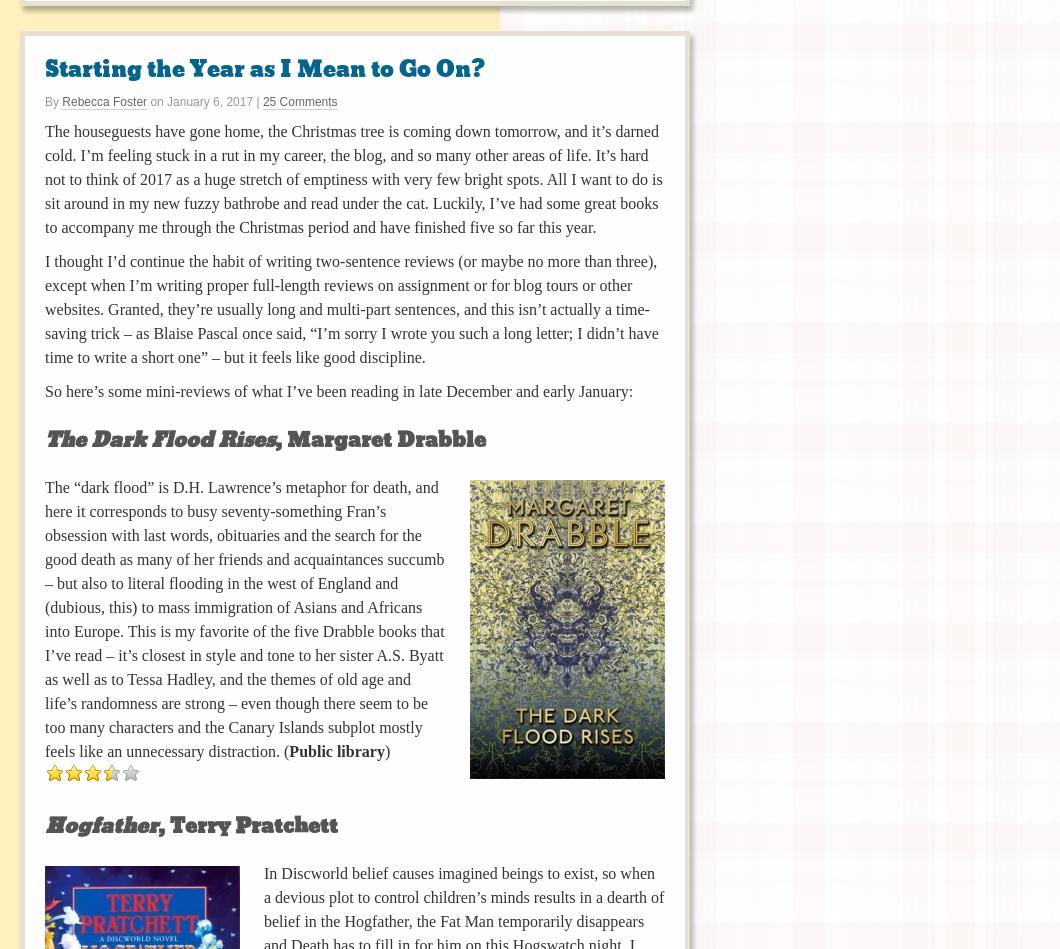 This screenshot has width=1060, height=949. I want to click on 'So here’s some mini-reviews of what I’ve been reading in late December and early January:', so click(338, 390).